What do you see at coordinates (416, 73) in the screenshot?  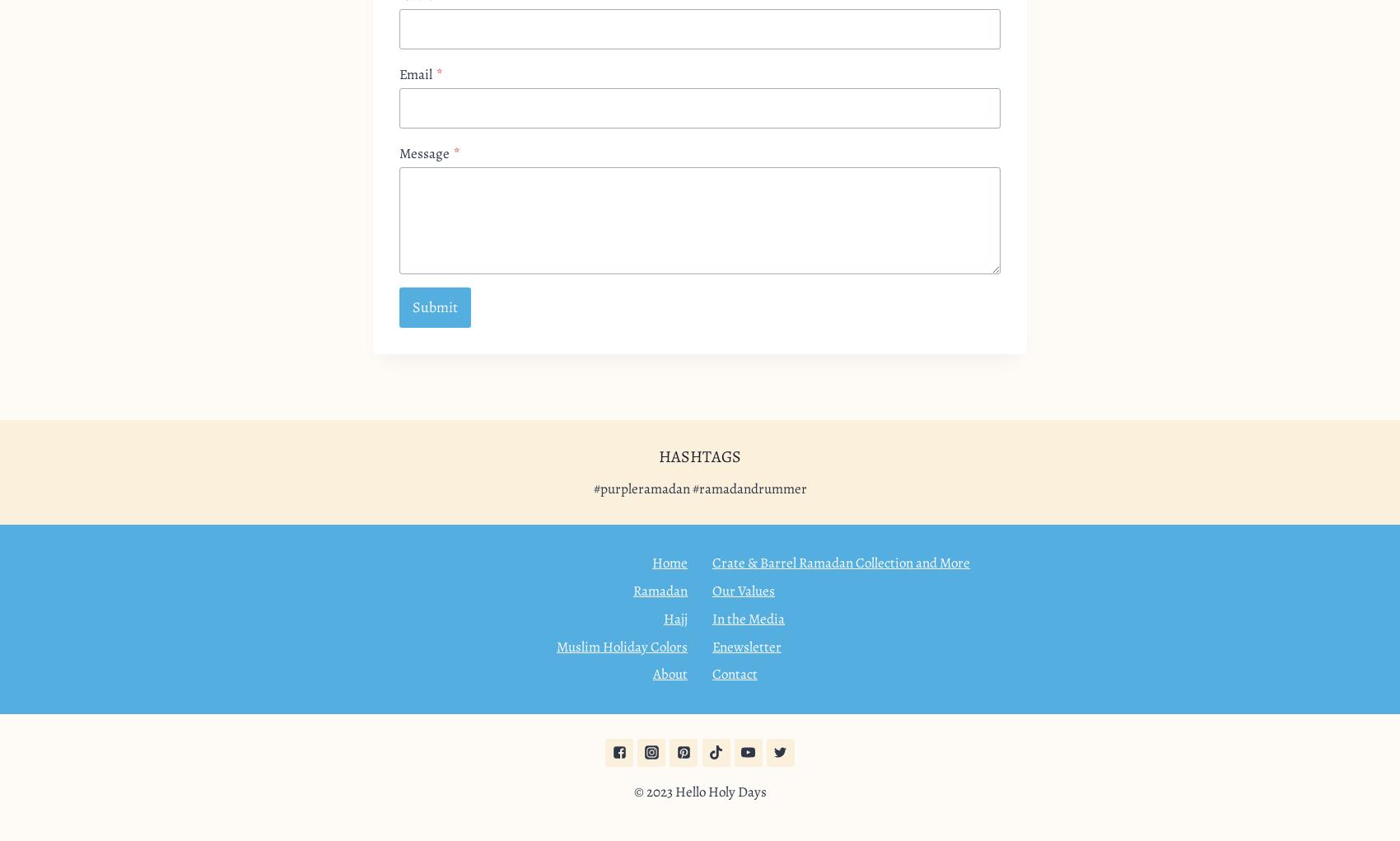 I see `'Email'` at bounding box center [416, 73].